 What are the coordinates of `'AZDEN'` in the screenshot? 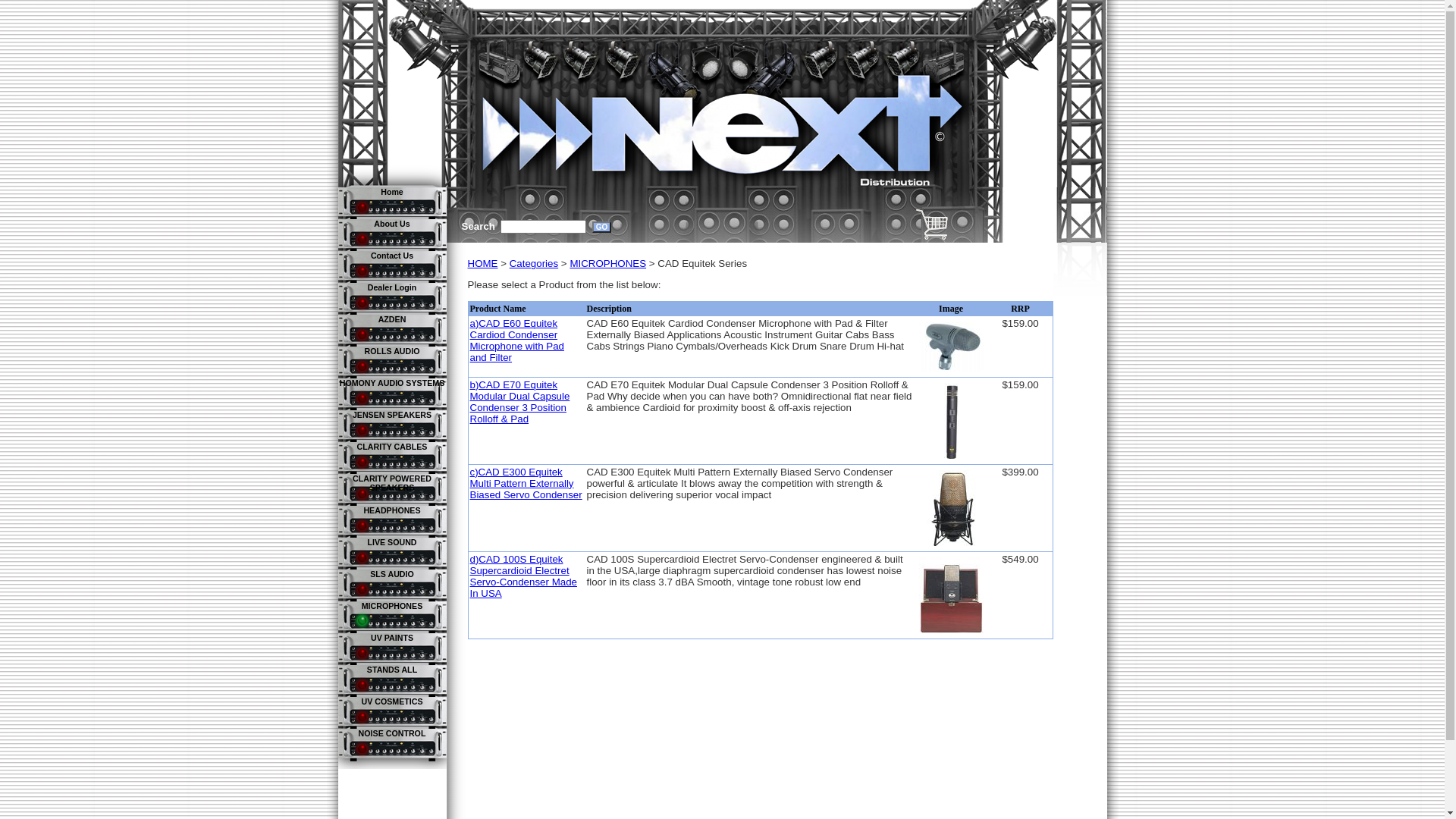 It's located at (392, 318).